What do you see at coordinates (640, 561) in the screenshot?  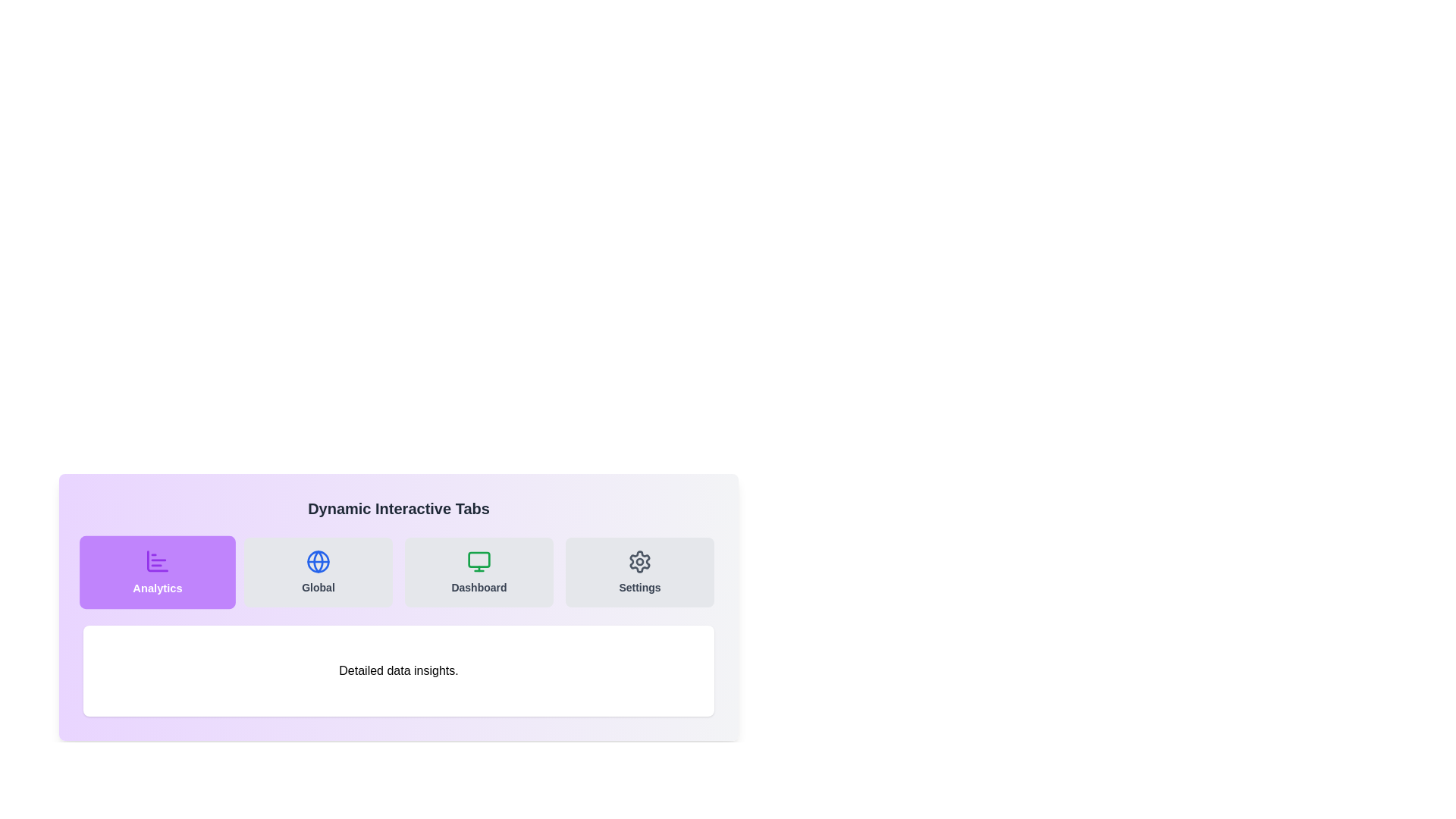 I see `the cogwheel or gear icon representing settings, which is visually styled in gray and located above the label 'Settings'` at bounding box center [640, 561].